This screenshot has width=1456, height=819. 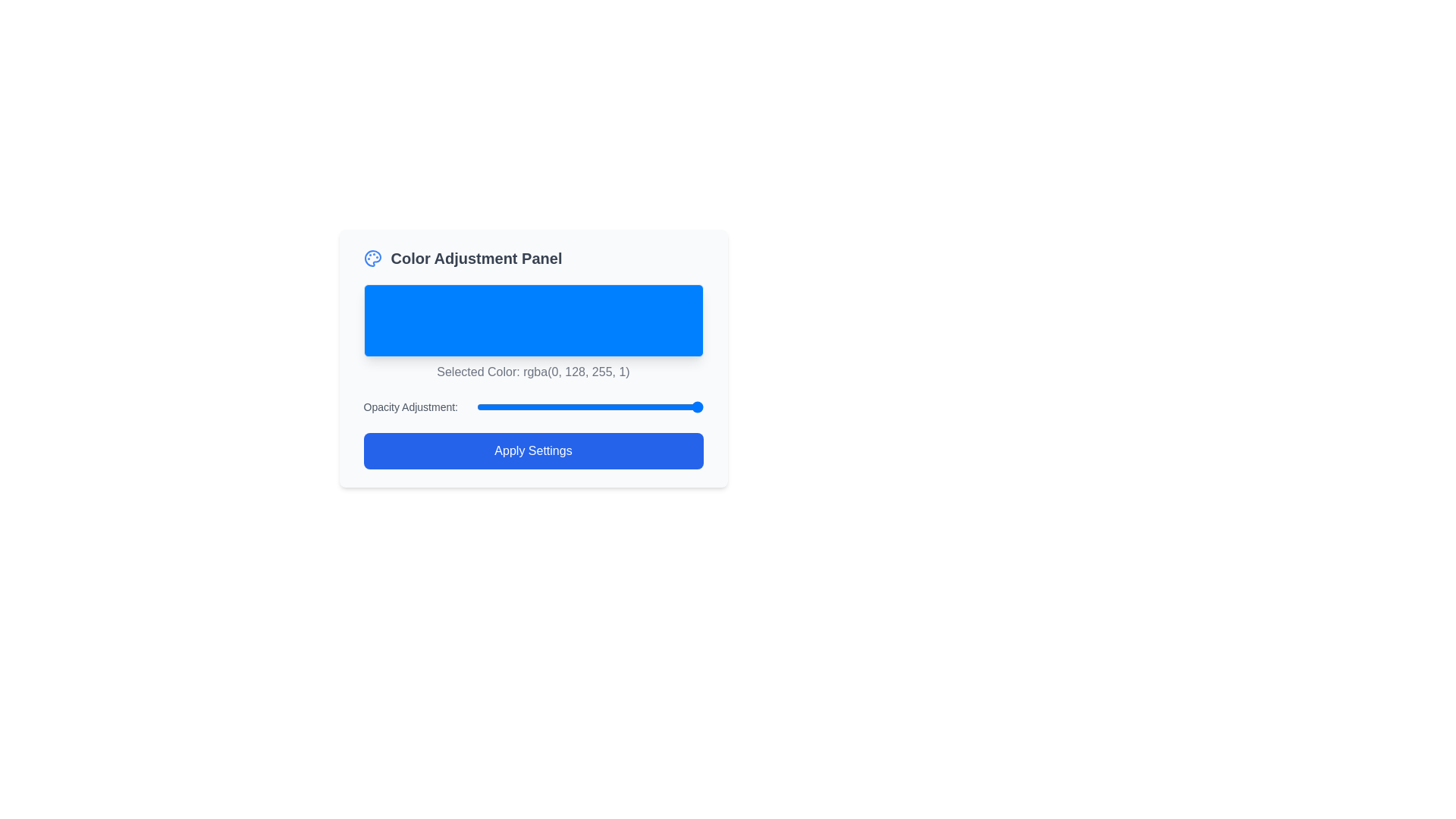 What do you see at coordinates (372, 257) in the screenshot?
I see `the blue-colored palette icon located to the left of the 'Color Adjustment Panel' text, which has a distinct palette shape with circular accents` at bounding box center [372, 257].